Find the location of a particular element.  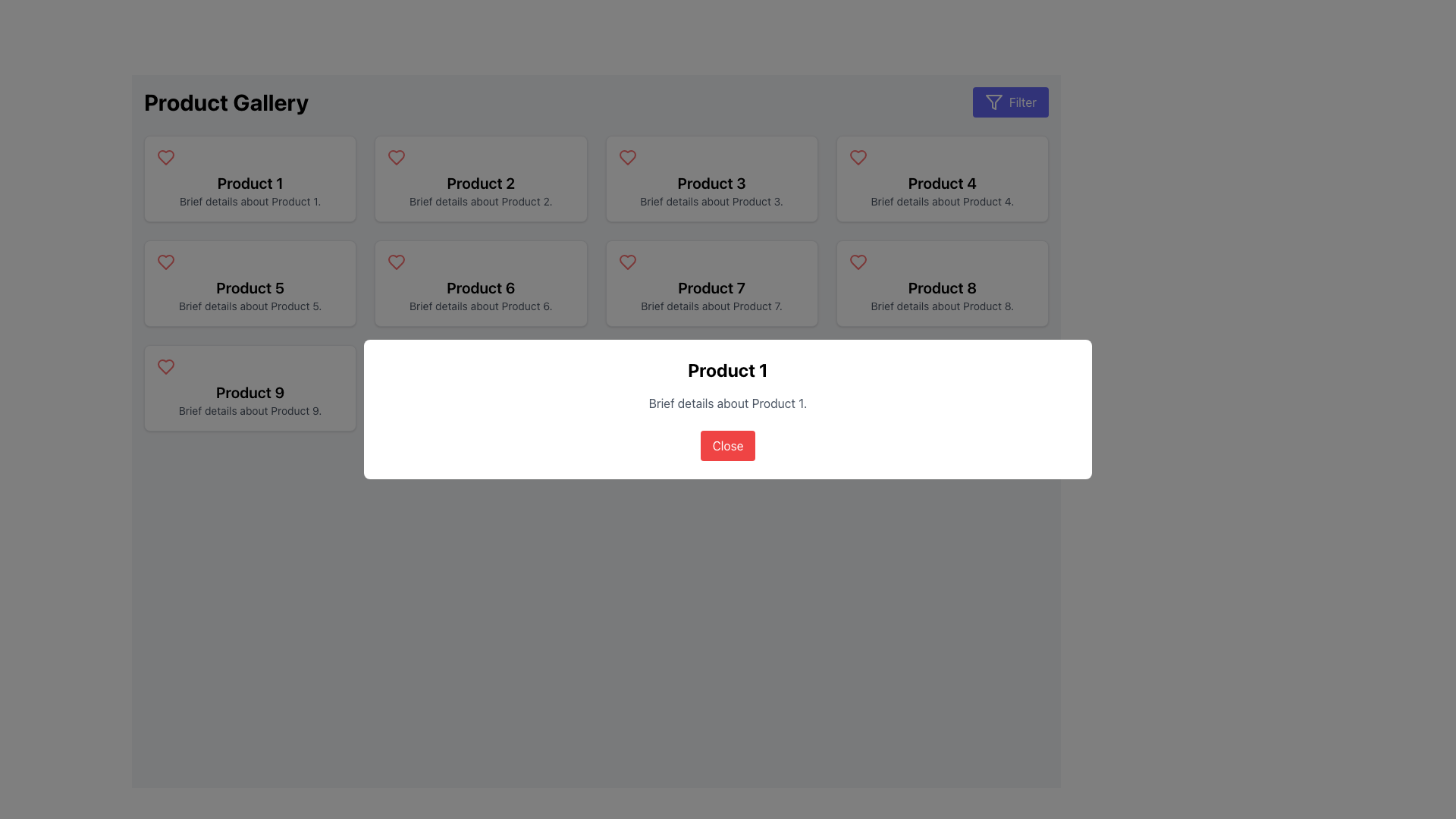

the small, gray funnel icon located within the blue 'Filter' button on the top-right corner of the interface is located at coordinates (993, 102).